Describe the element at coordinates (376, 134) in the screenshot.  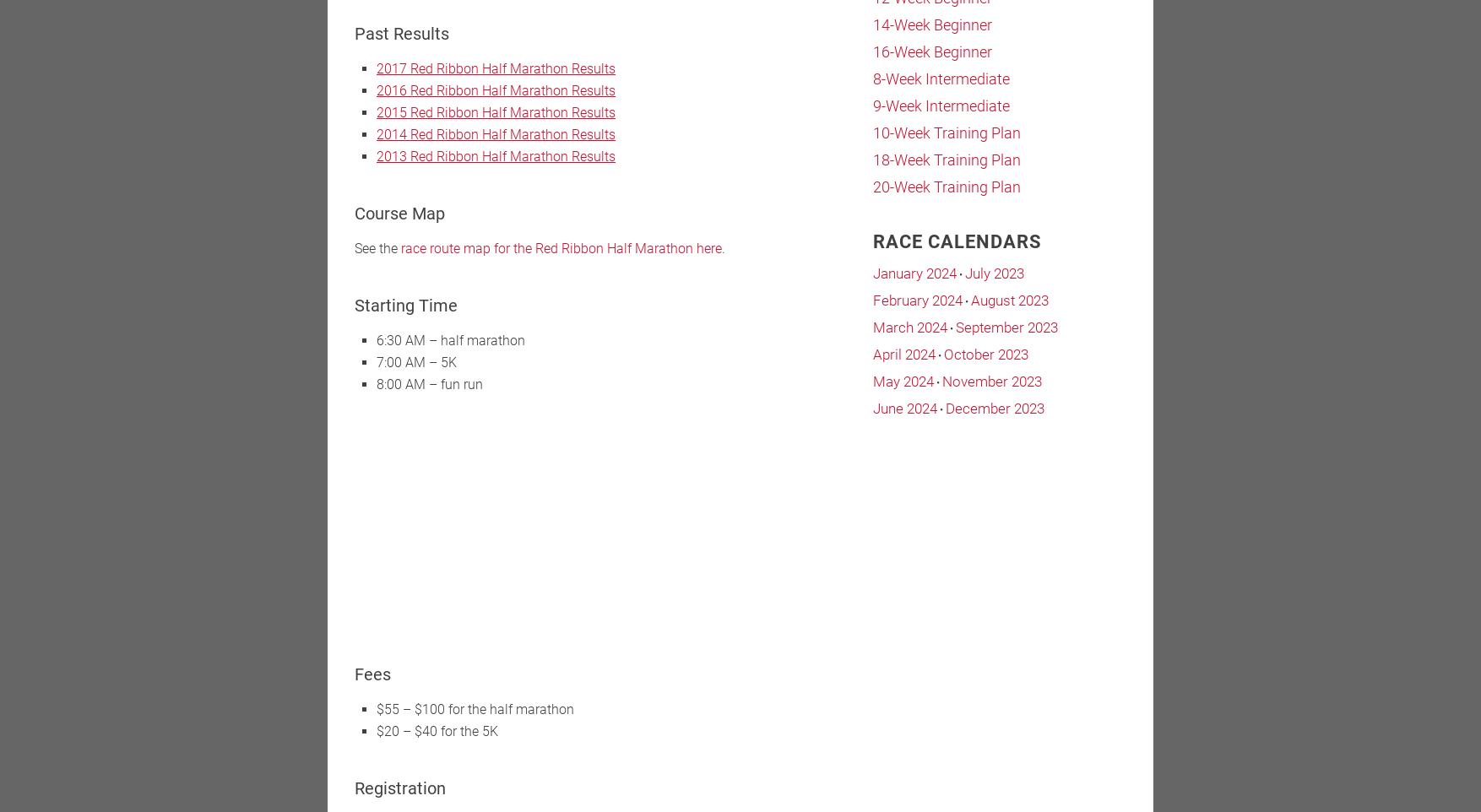
I see `'2014 Red Ribbon Half Marathon Results'` at that location.